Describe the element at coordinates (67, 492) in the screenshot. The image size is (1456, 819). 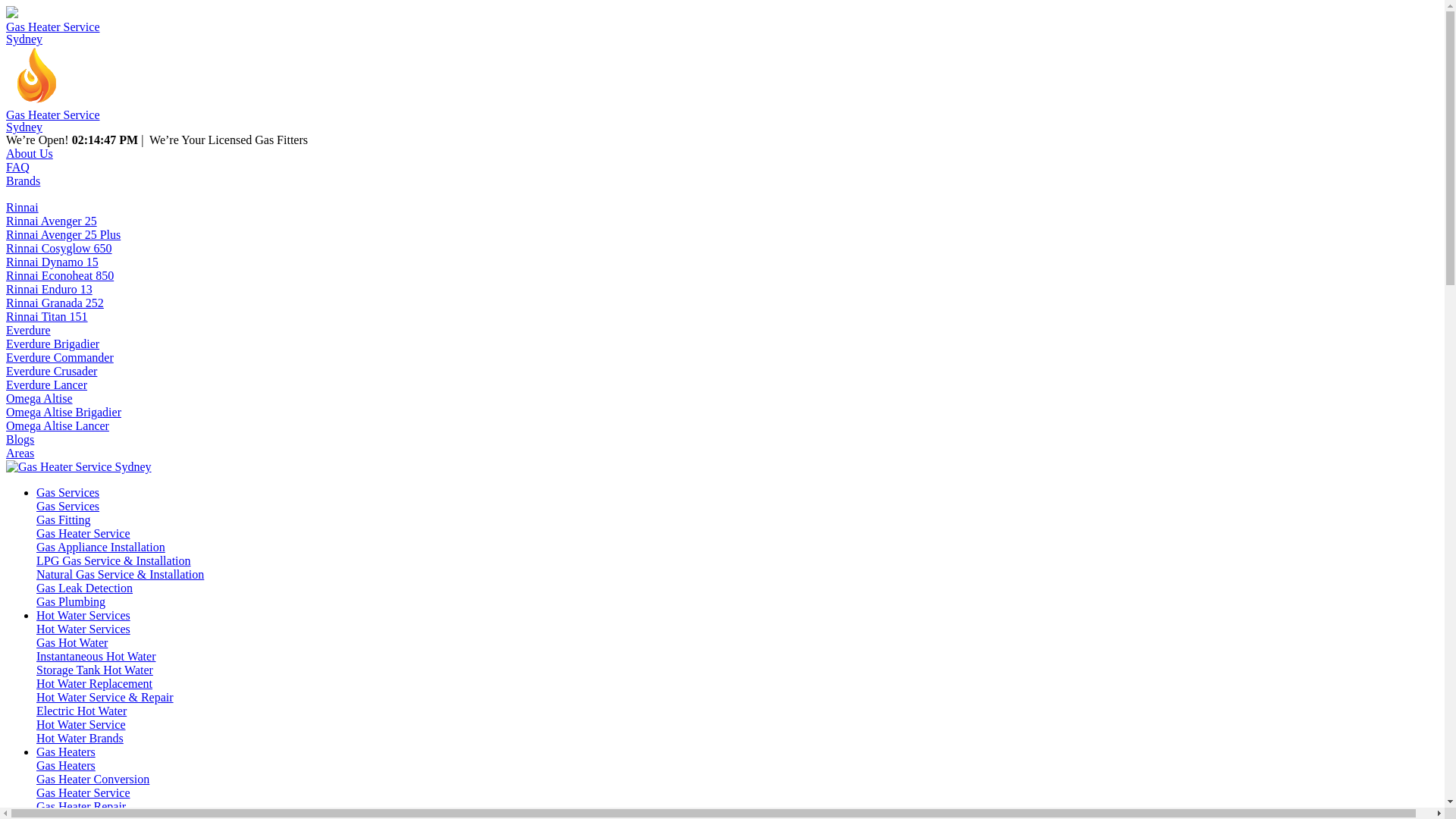
I see `'Gas Services'` at that location.